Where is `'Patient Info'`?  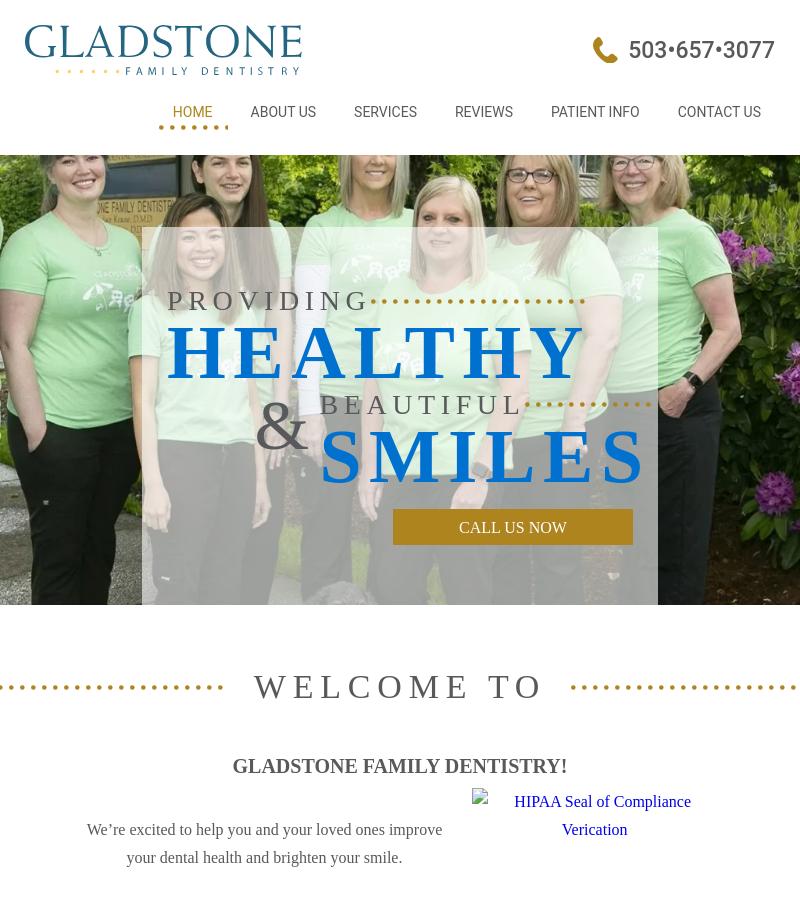
'Patient Info' is located at coordinates (593, 112).